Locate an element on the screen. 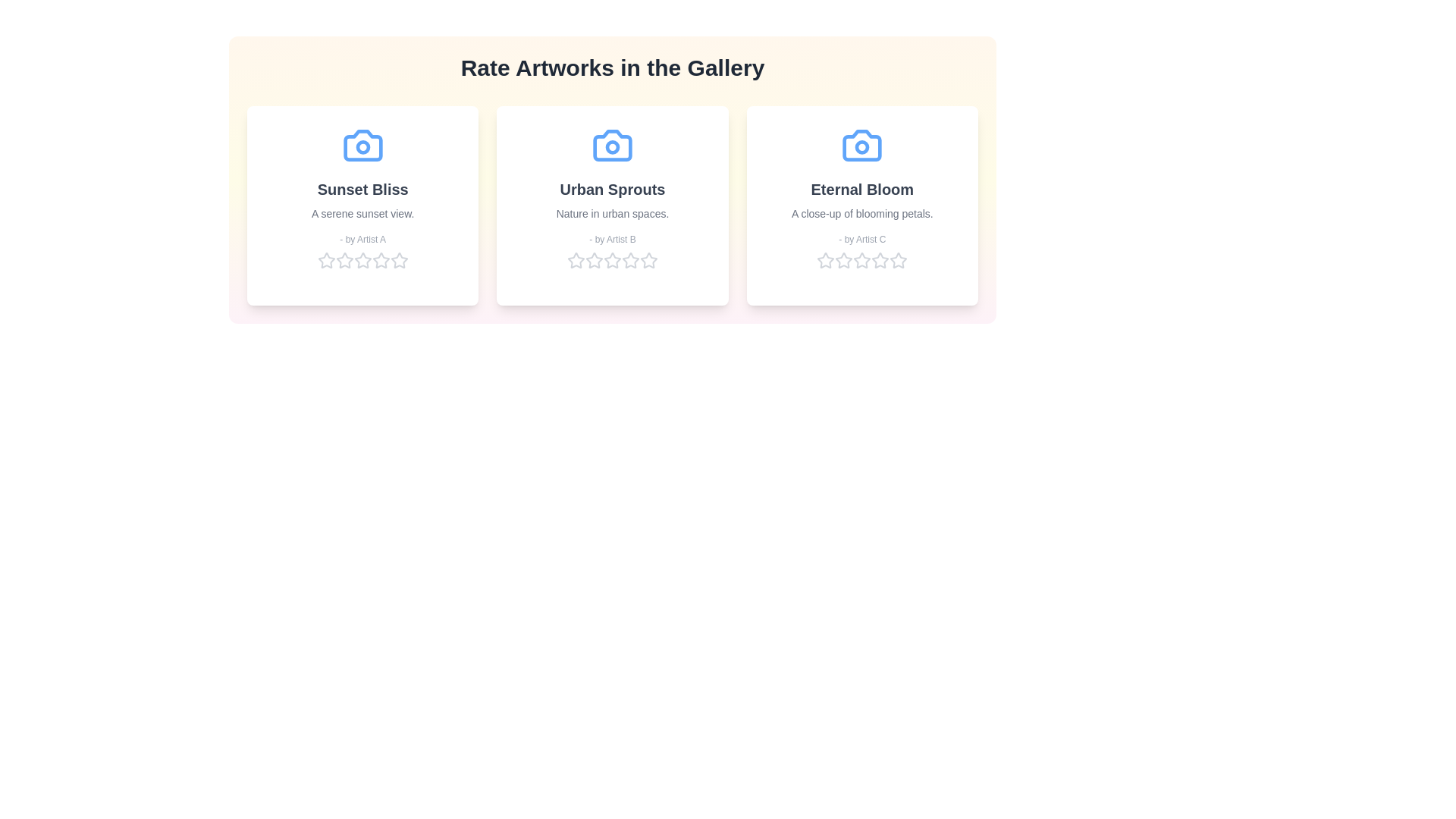 The height and width of the screenshot is (819, 1456). the star corresponding to 2 for the artwork 'Urban Sprouts' to set its rating is located at coordinates (593, 259).